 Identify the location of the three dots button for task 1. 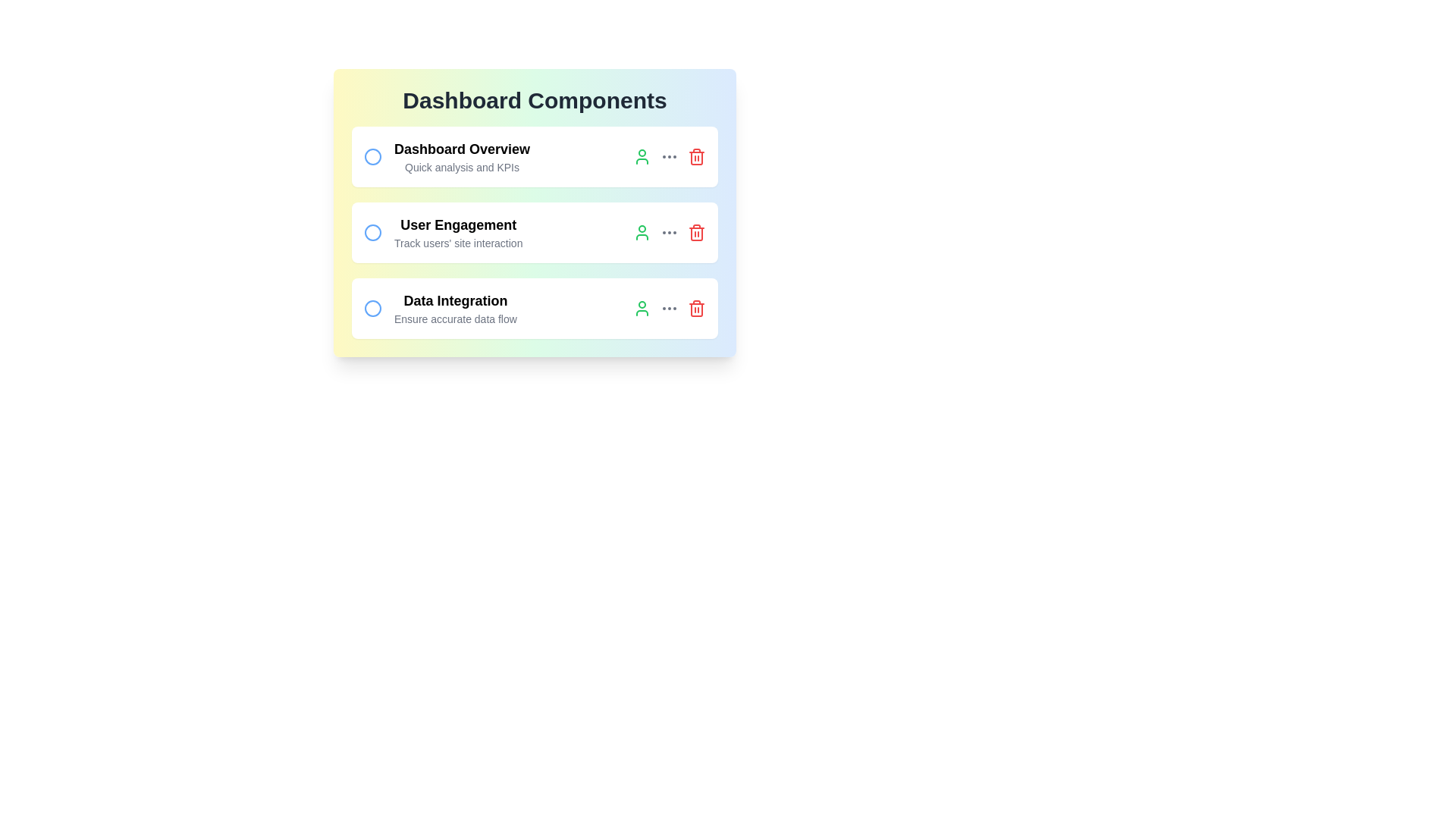
(669, 157).